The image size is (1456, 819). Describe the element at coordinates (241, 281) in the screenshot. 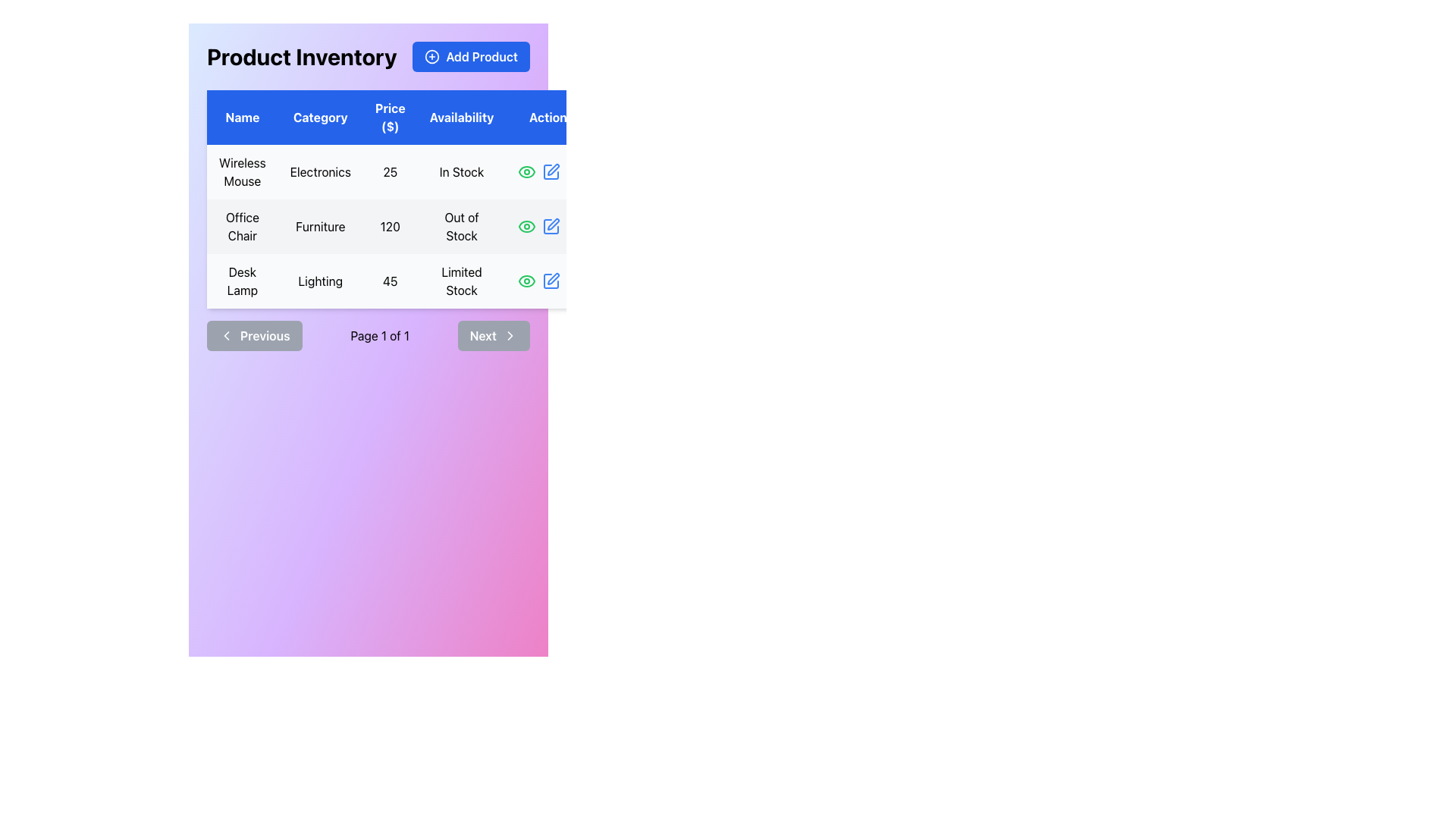

I see `text of the 'Desk Lamp' label located in the third row of the product table under the 'Name' column` at that location.